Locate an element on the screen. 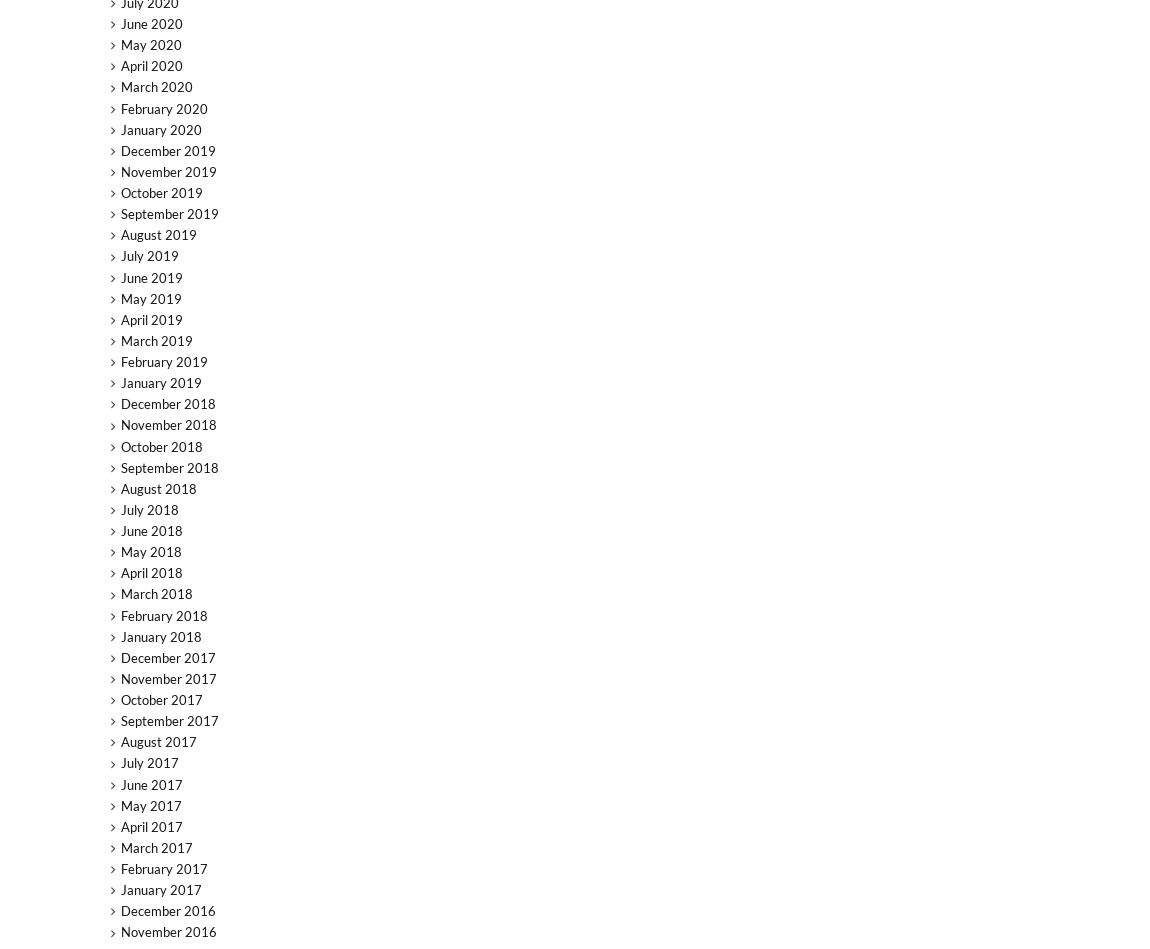 The height and width of the screenshot is (949, 1150). 'February 2020' is located at coordinates (162, 107).